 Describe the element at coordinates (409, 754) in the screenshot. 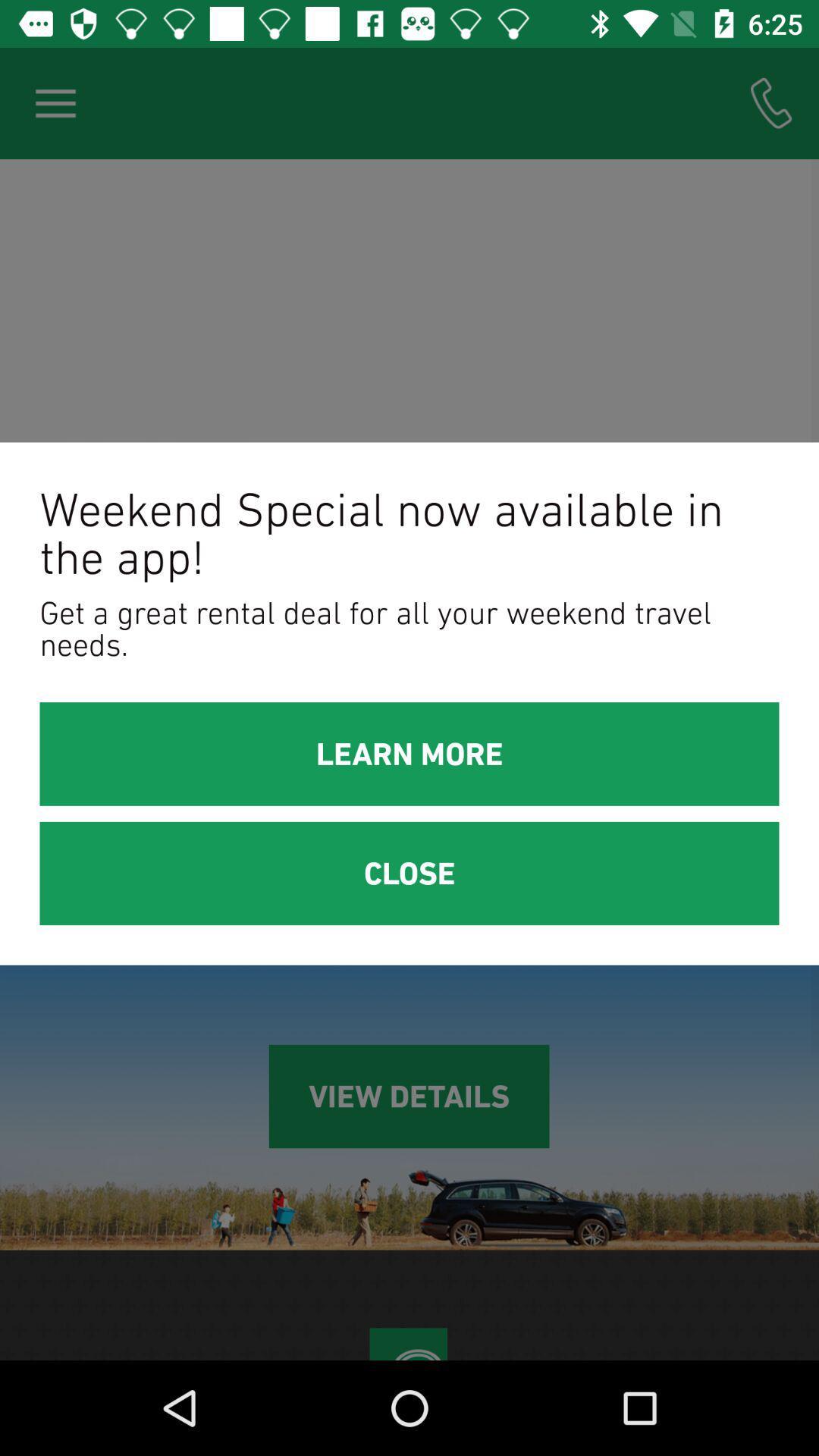

I see `icon above the close item` at that location.